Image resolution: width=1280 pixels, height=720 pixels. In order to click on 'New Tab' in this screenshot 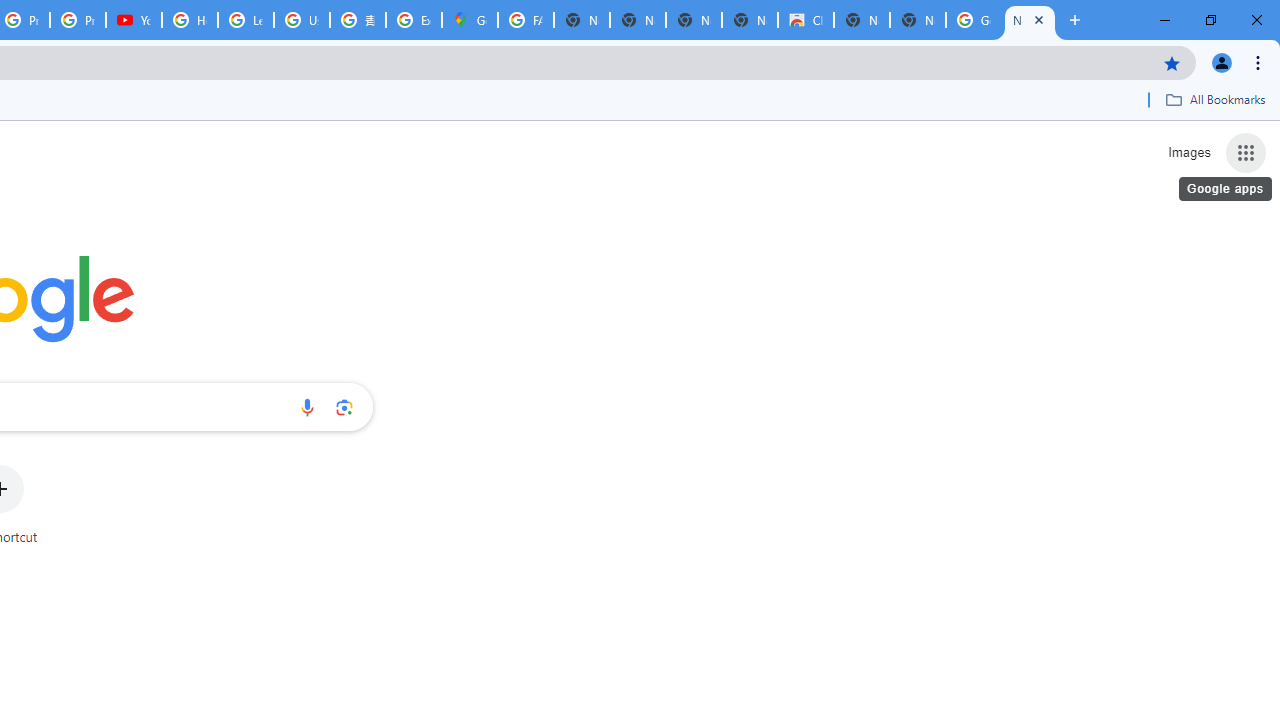, I will do `click(1030, 20)`.